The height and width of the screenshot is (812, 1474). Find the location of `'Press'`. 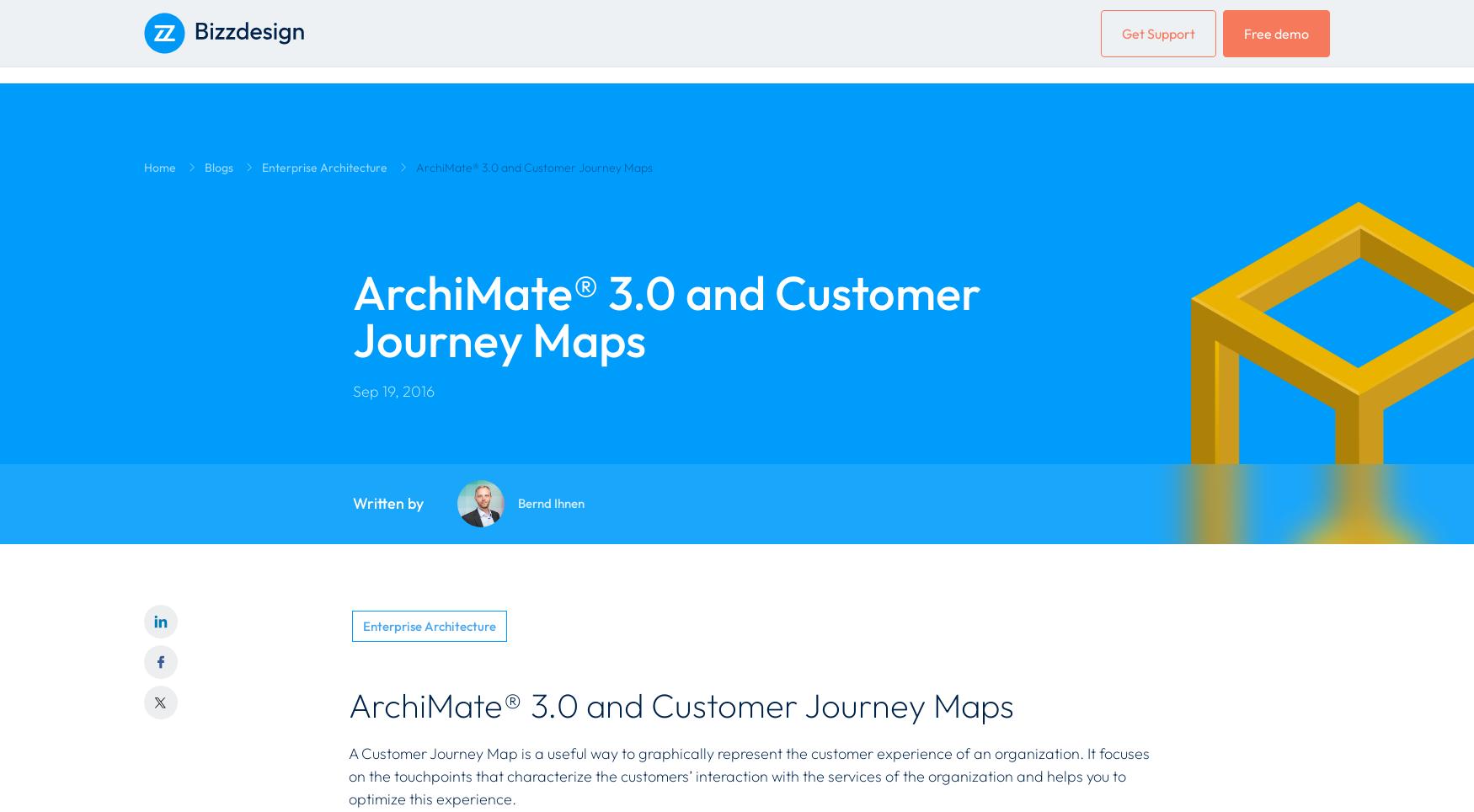

'Press' is located at coordinates (160, 374).